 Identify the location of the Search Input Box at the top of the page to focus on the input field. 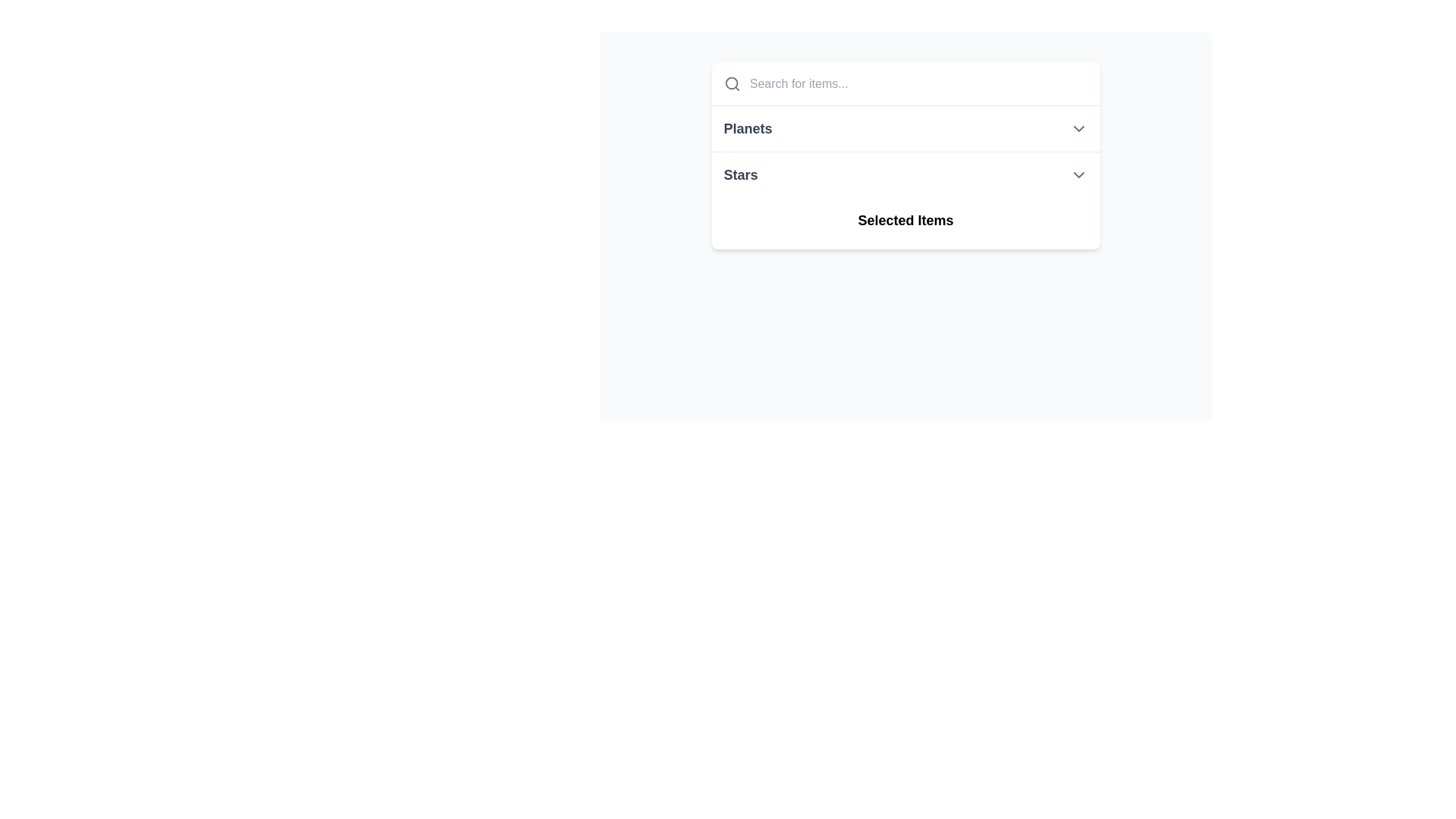
(905, 84).